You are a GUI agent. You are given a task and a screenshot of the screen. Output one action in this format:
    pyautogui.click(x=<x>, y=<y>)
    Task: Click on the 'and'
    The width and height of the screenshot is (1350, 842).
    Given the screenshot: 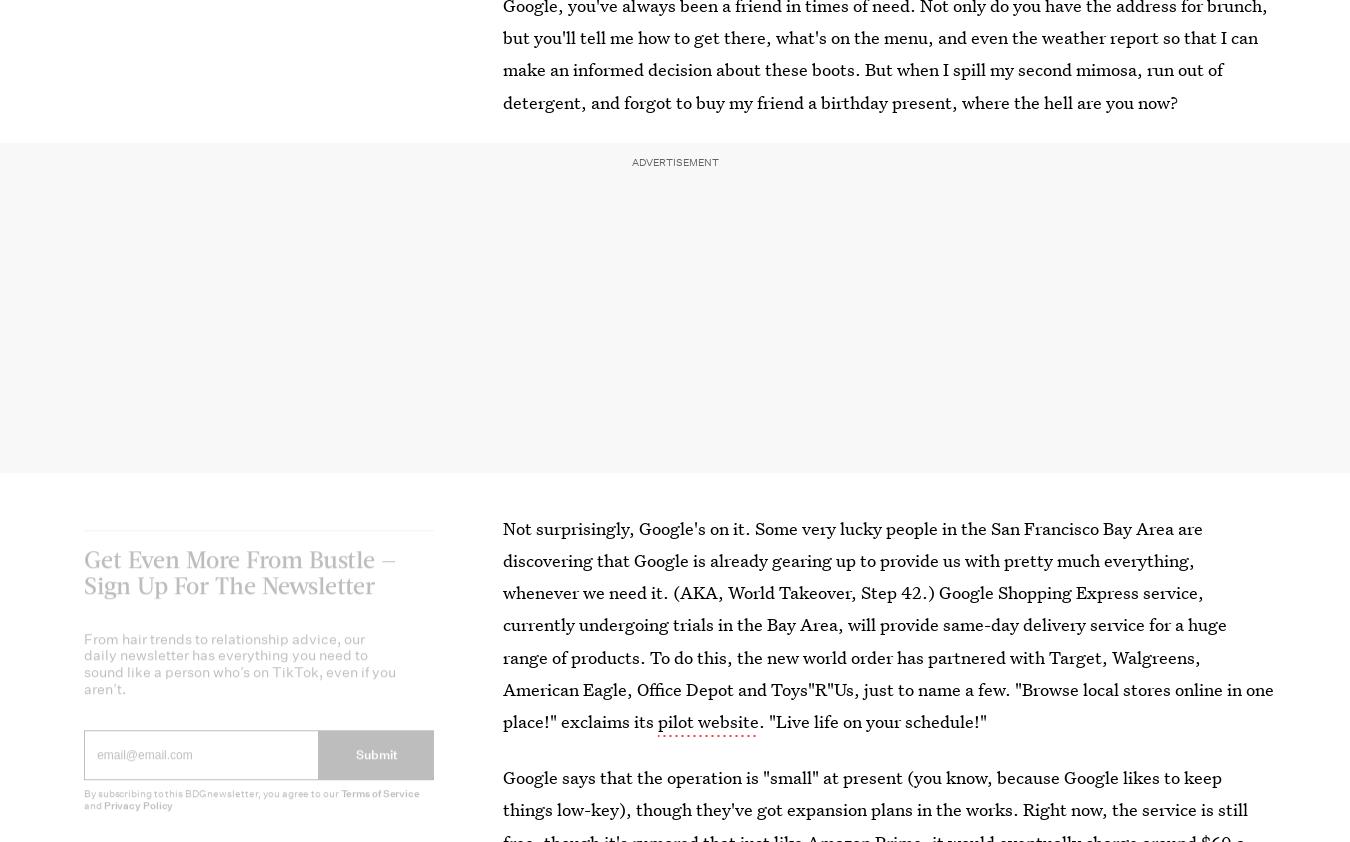 What is the action you would take?
    pyautogui.click(x=91, y=820)
    